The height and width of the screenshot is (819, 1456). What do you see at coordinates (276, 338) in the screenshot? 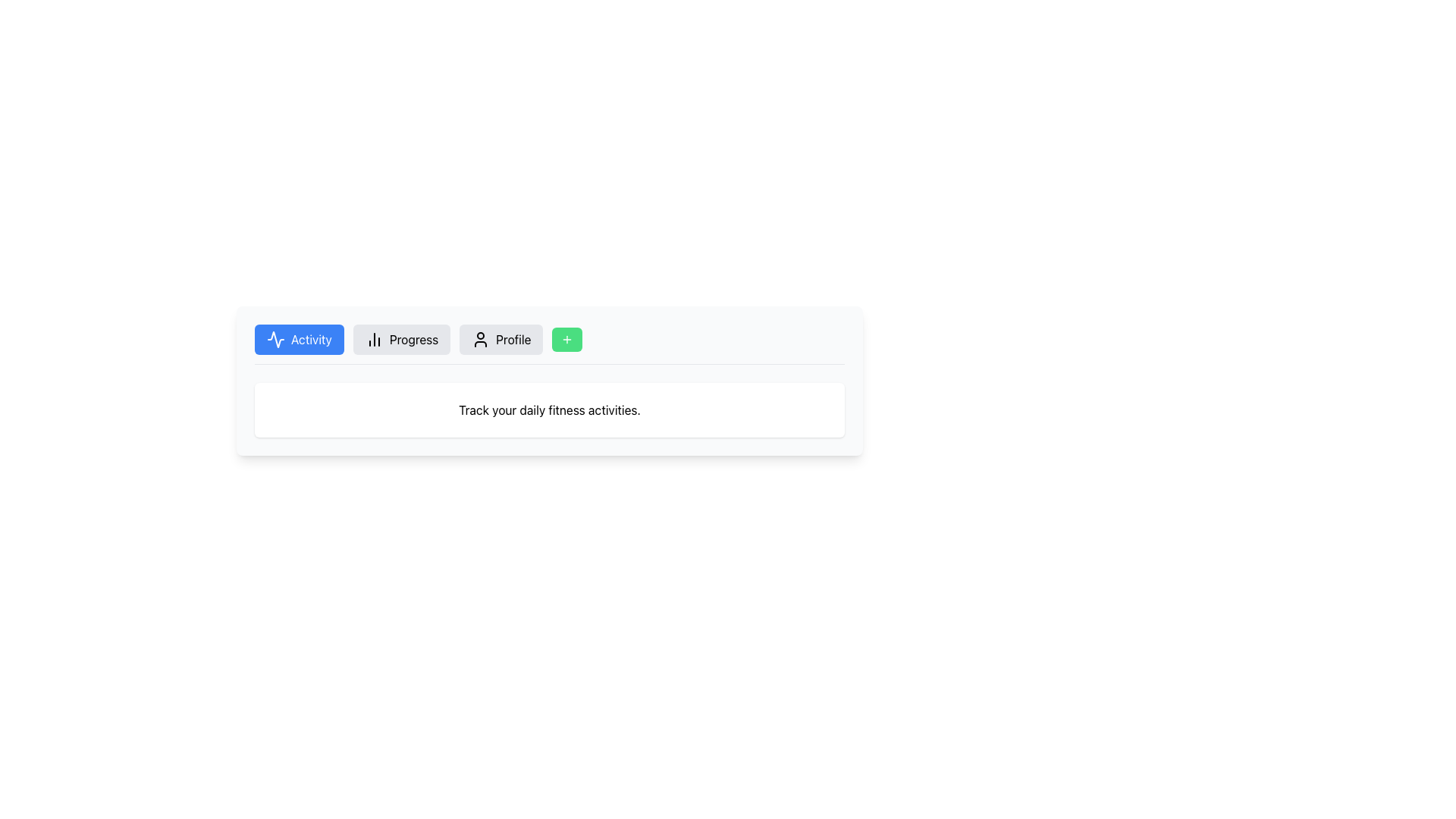
I see `the 'Activity' icon located in the navigation bar at the top of the visible panel, which symbolizes fitness or activity tracking` at bounding box center [276, 338].